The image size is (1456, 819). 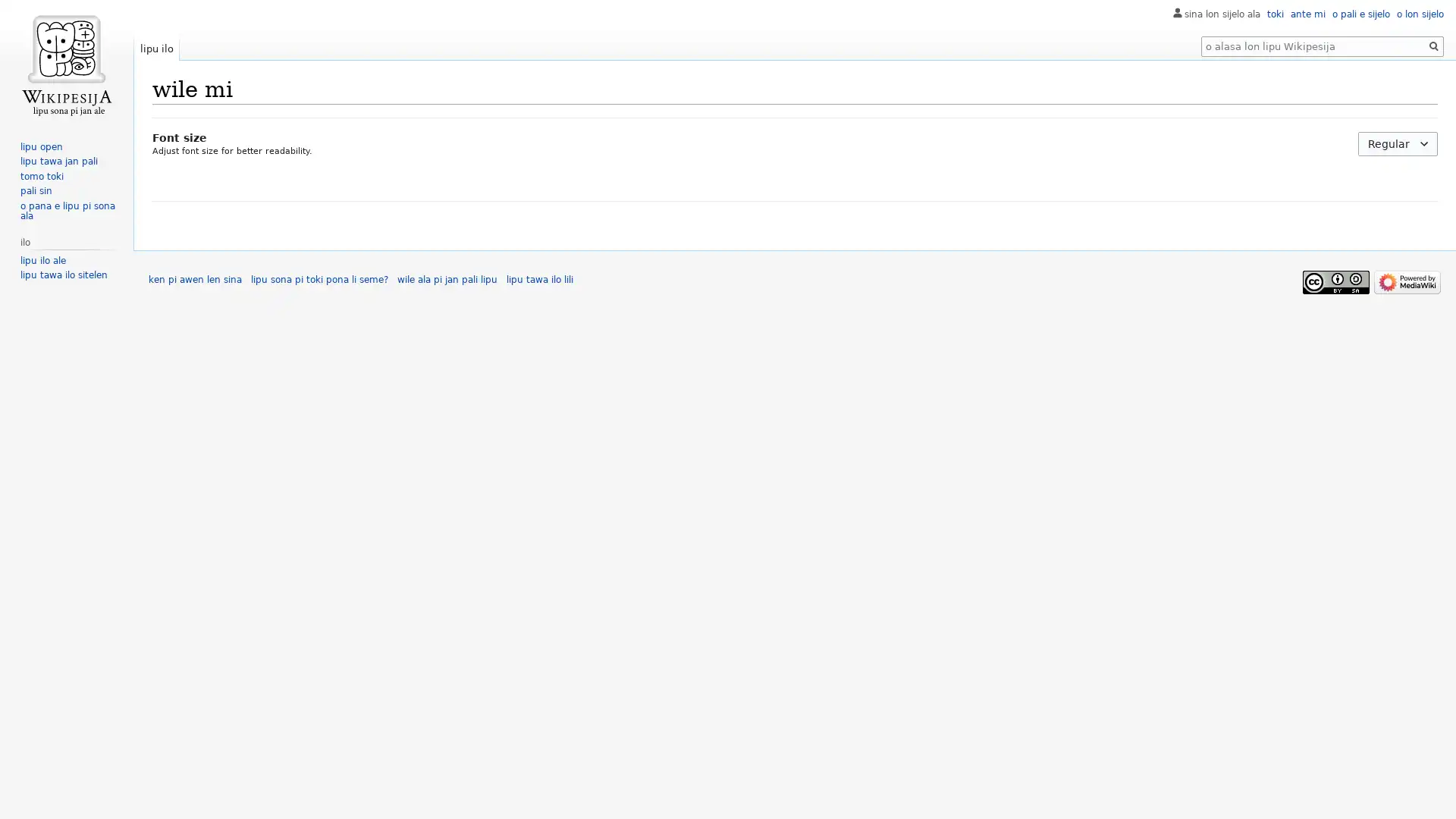 What do you see at coordinates (1433, 45) in the screenshot?
I see `o alasa` at bounding box center [1433, 45].